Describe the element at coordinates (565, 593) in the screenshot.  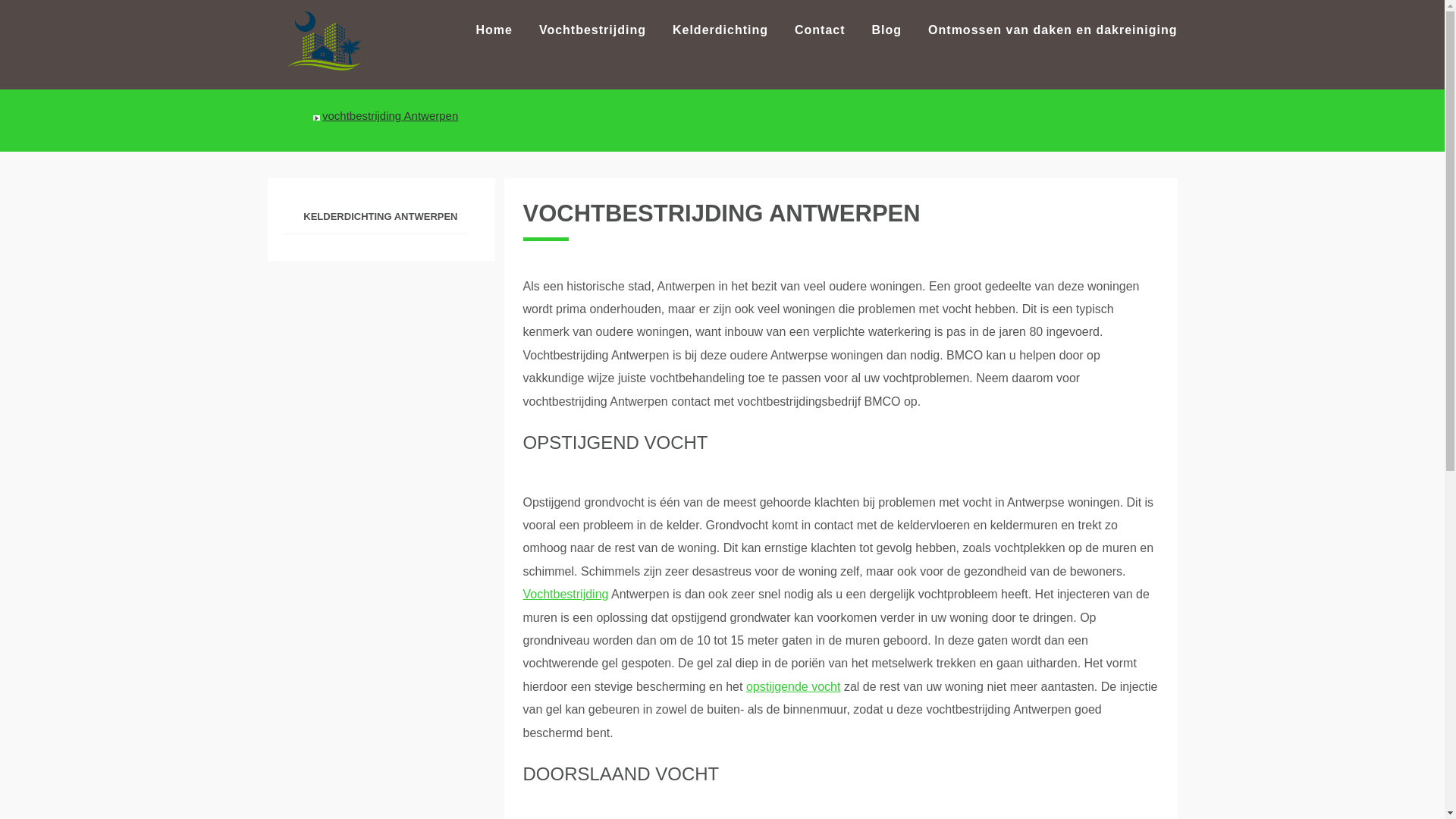
I see `'Vochtbestrijding'` at that location.